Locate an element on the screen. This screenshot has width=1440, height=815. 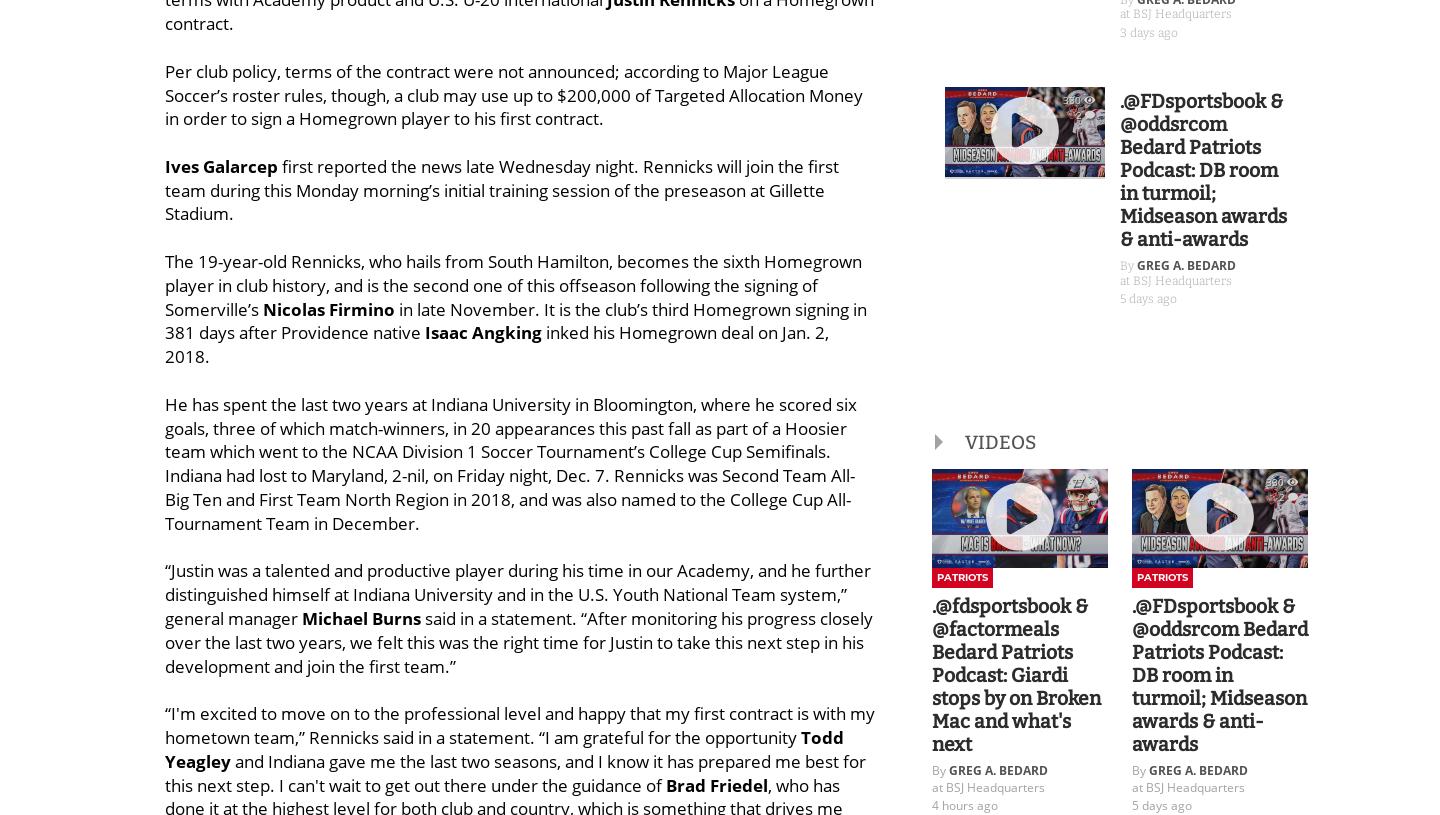
'The 19-year-old Rennicks, who hails from South Hamilton, becomes the sixth Homegrown player in club history, and is the second one of this offseason following the signing of Somerville’s' is located at coordinates (512, 284).